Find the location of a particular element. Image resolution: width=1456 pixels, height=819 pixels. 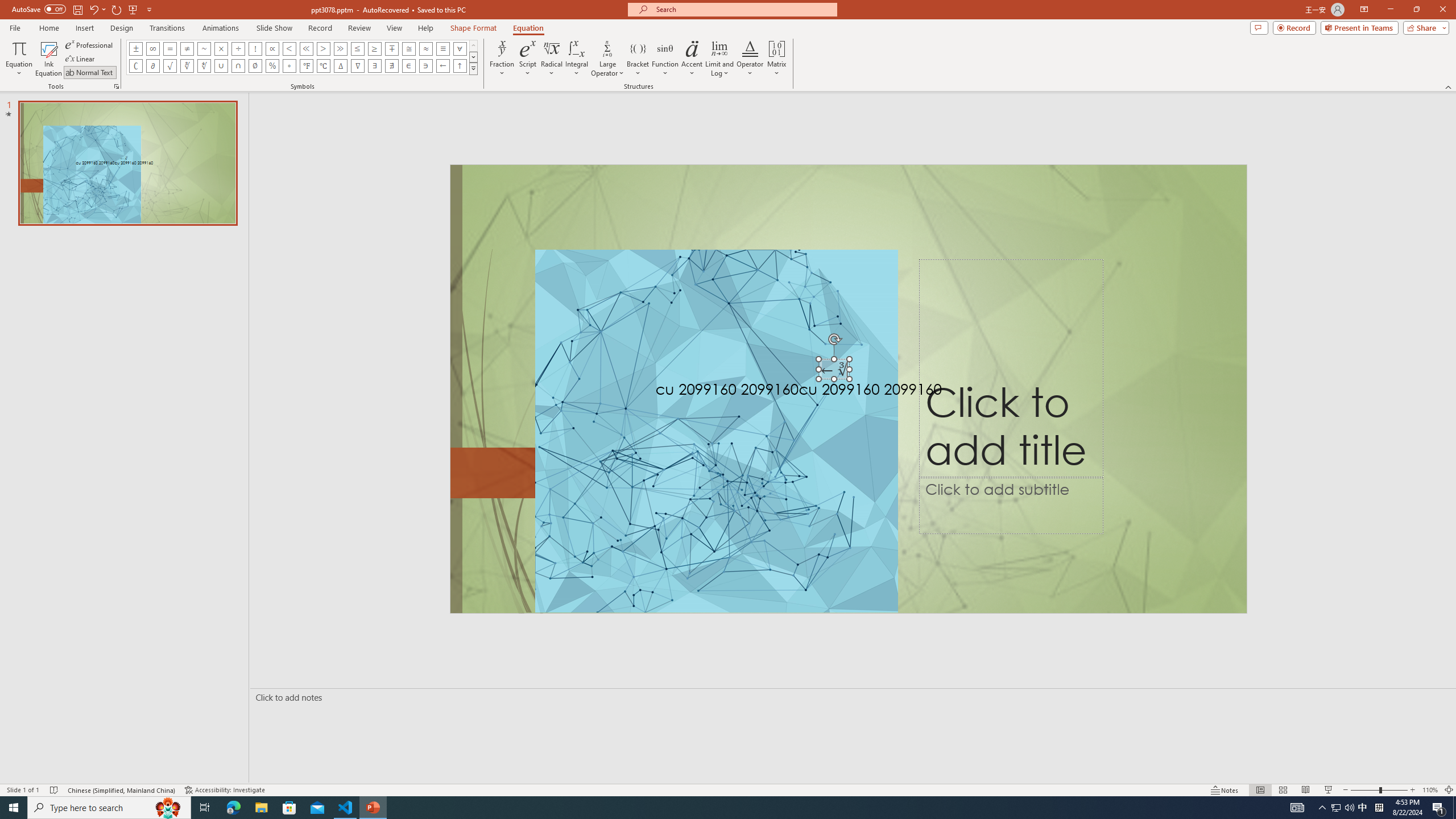

'Equation Symbol Partial Differential' is located at coordinates (152, 65).